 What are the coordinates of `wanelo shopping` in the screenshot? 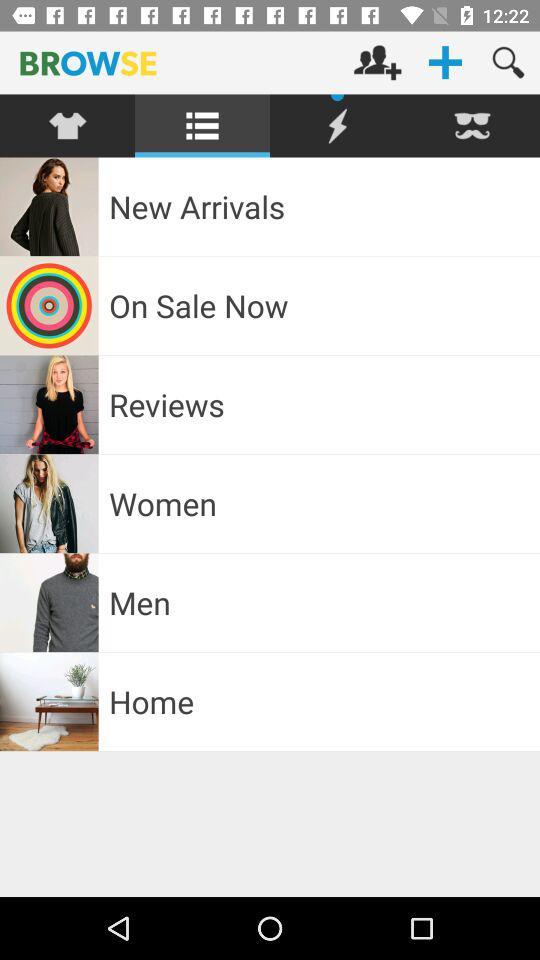 It's located at (337, 125).